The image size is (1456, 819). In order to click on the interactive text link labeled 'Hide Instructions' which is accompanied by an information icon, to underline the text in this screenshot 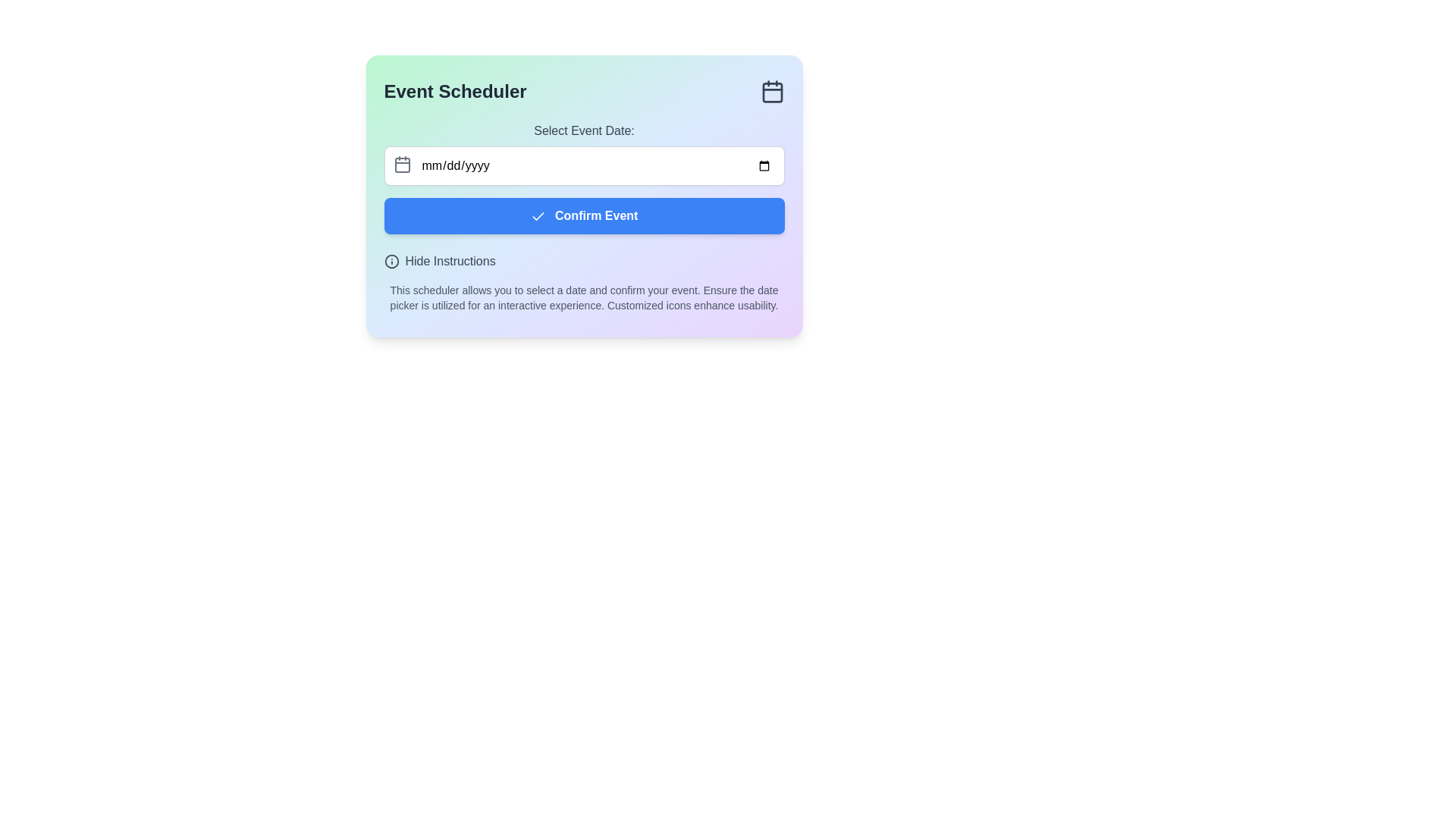, I will do `click(439, 260)`.